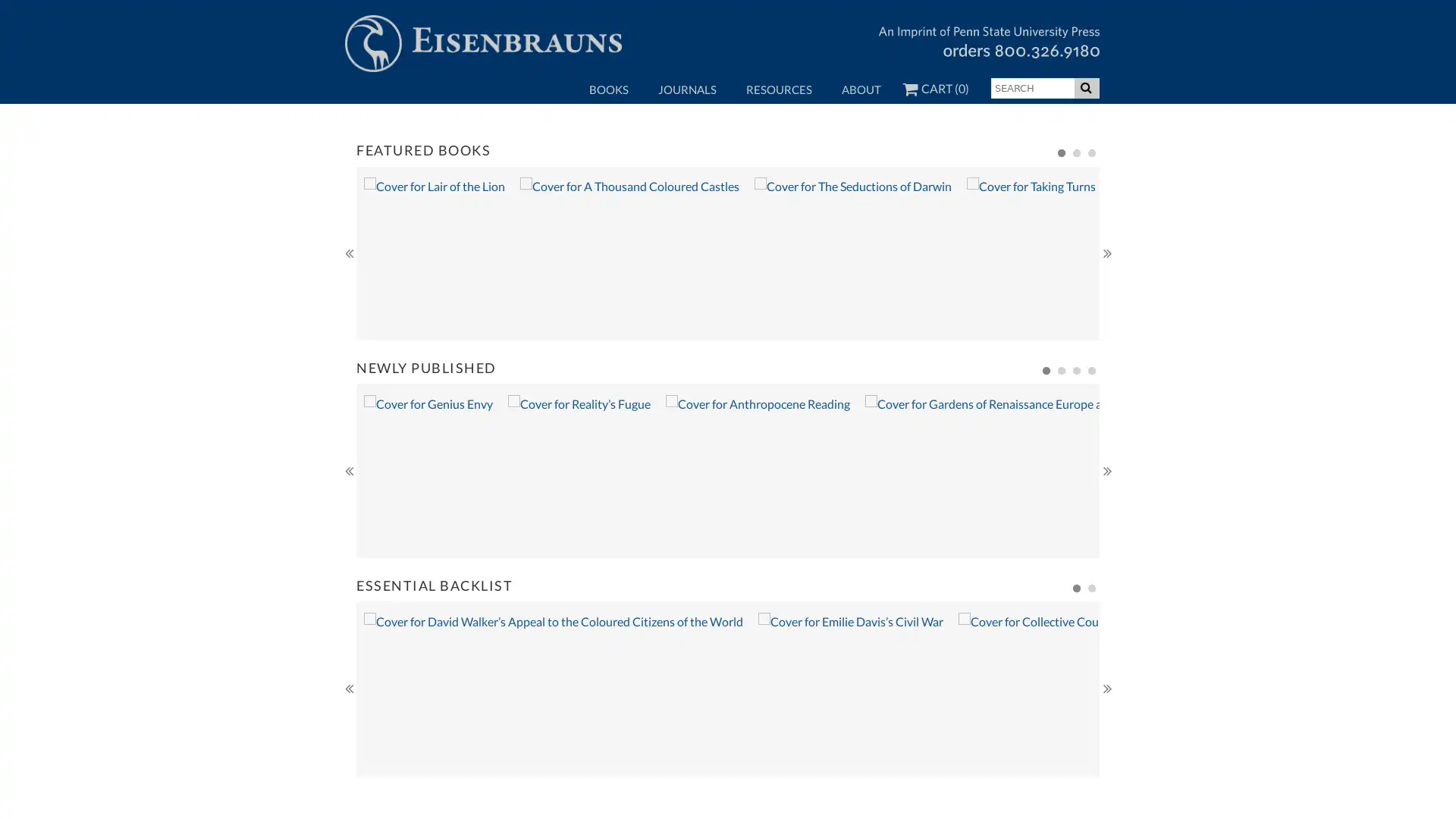 This screenshot has height=819, width=1456. Describe the element at coordinates (1092, 371) in the screenshot. I see `4` at that location.